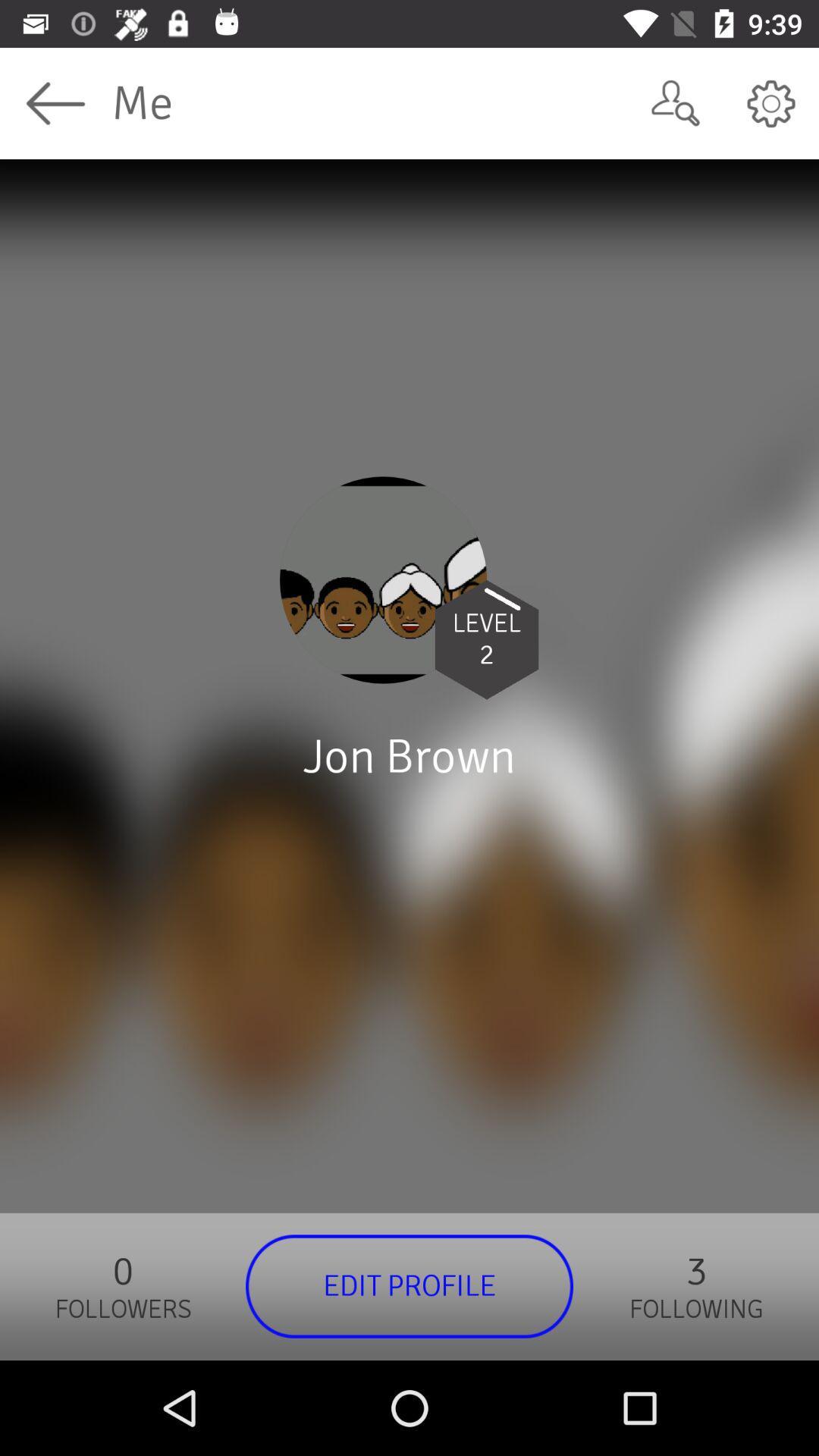 This screenshot has height=1456, width=819. I want to click on app to the left of the me app, so click(55, 102).